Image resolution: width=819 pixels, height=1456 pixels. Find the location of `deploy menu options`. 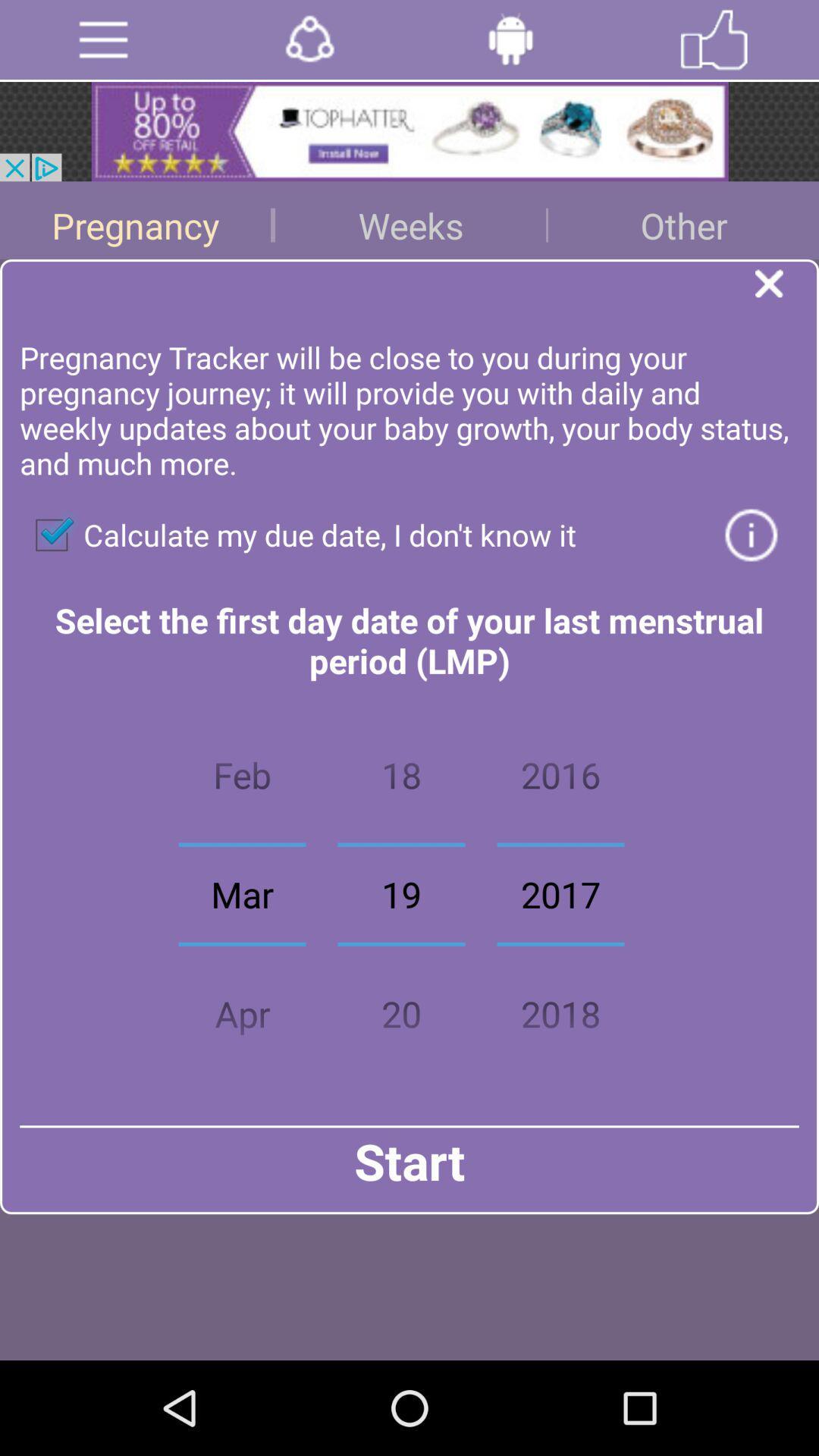

deploy menu options is located at coordinates (102, 39).